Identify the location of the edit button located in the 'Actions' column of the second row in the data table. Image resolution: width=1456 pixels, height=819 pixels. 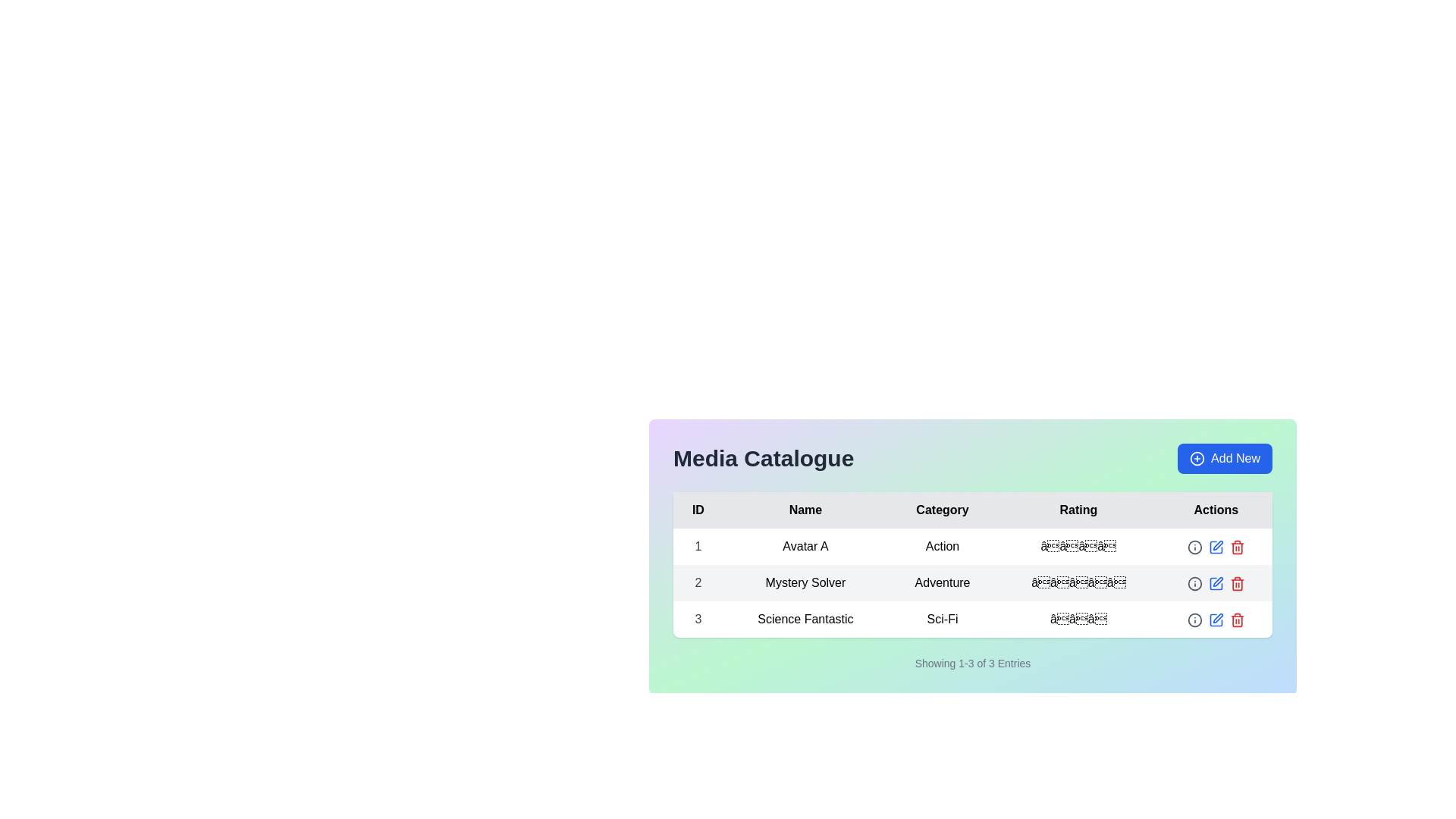
(1216, 582).